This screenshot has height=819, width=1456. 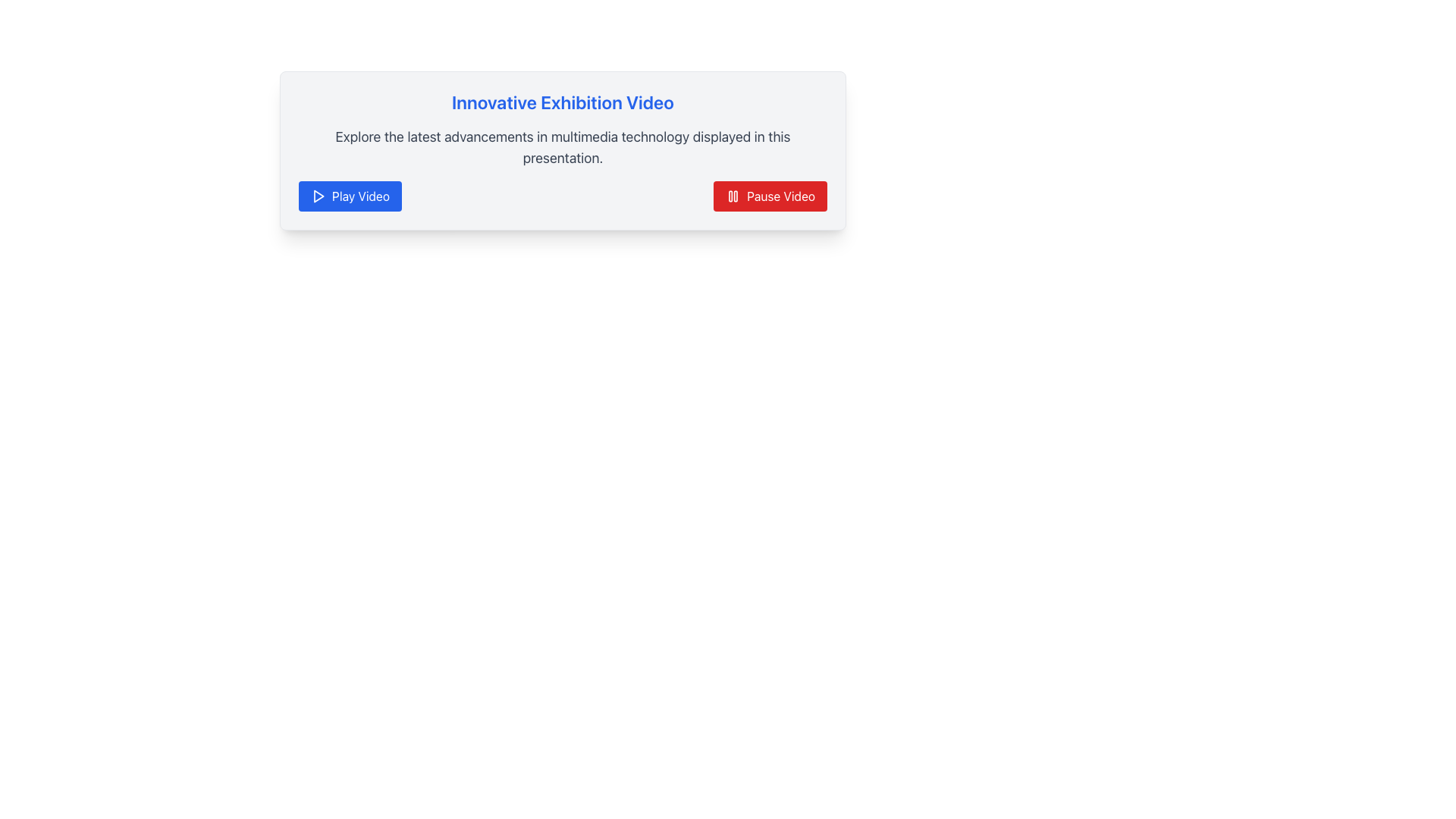 I want to click on the text block displaying gray-colored text that reads 'Explore the latest advancements in multimedia technology displayed in this presentation.' This text block is centrally located below the title 'Innovative Exhibition Video.', so click(x=562, y=148).